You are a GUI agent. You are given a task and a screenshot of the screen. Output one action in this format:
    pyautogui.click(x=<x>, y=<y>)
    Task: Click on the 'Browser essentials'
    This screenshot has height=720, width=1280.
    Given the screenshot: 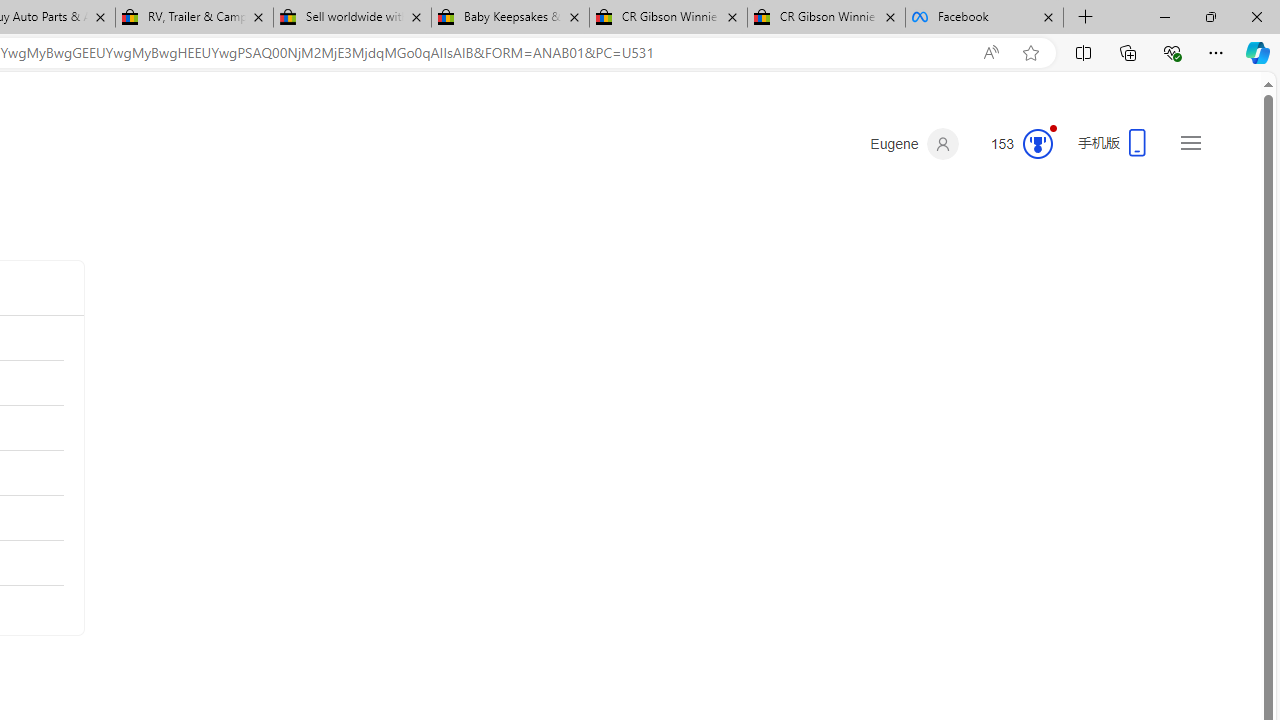 What is the action you would take?
    pyautogui.click(x=1171, y=51)
    